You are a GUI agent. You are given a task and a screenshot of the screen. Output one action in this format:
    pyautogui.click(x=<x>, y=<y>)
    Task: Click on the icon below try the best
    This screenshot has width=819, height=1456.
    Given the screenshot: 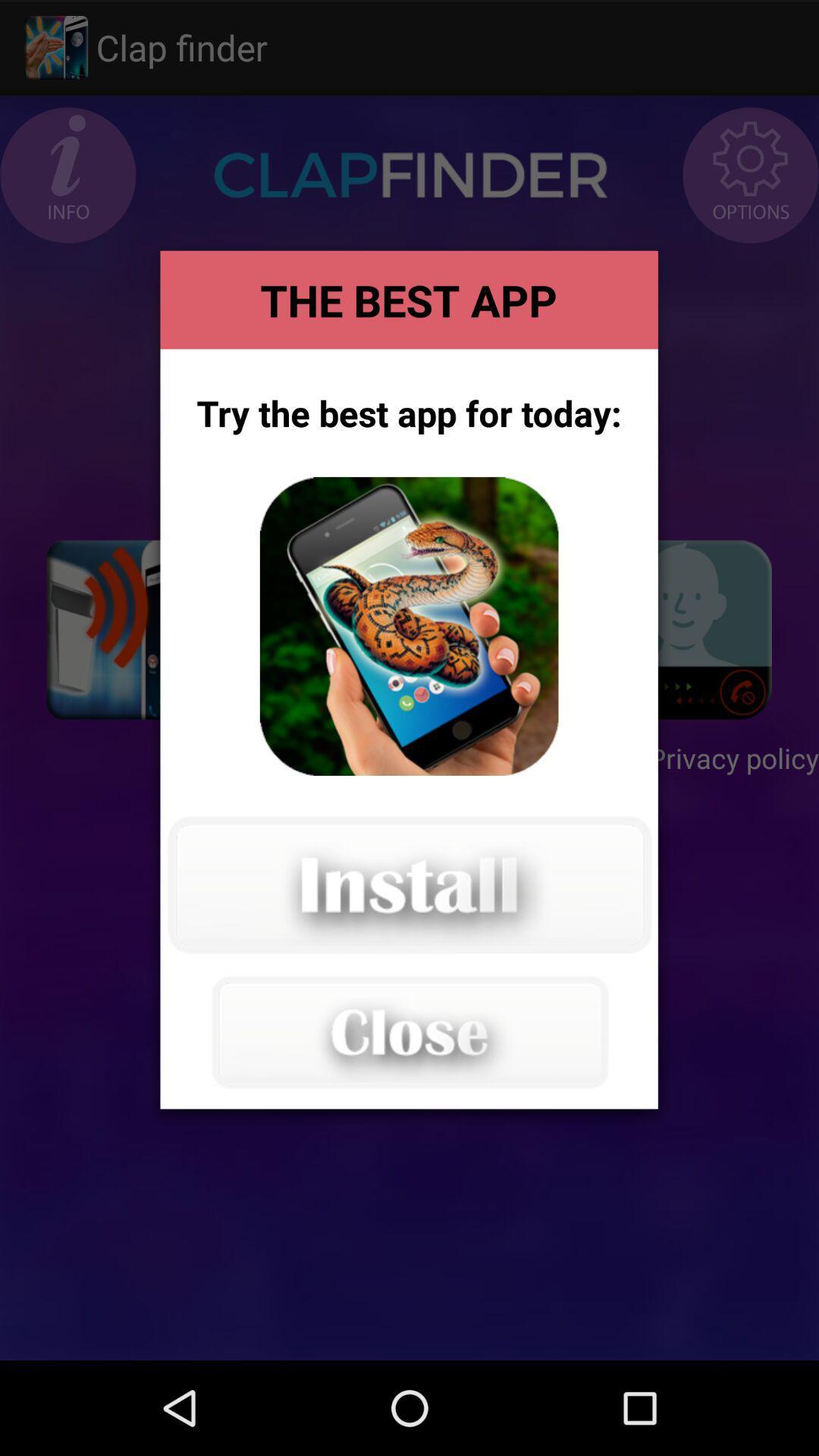 What is the action you would take?
    pyautogui.click(x=408, y=626)
    